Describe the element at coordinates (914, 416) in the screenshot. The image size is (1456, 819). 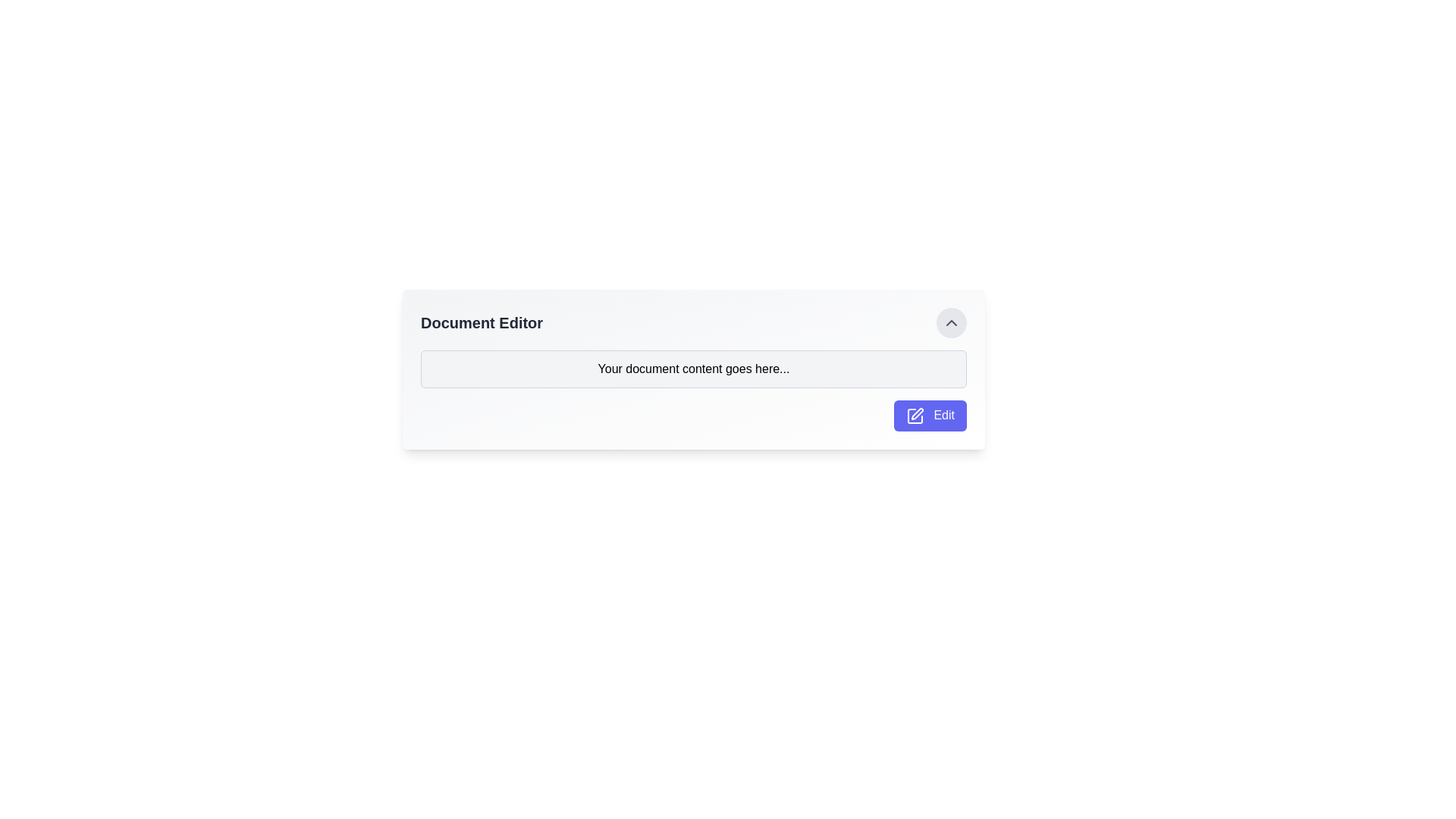
I see `the SVG icon resembling a pen or edit tool, located near the bottom-right corner of the UI, adjacent to the 'Edit' button` at that location.